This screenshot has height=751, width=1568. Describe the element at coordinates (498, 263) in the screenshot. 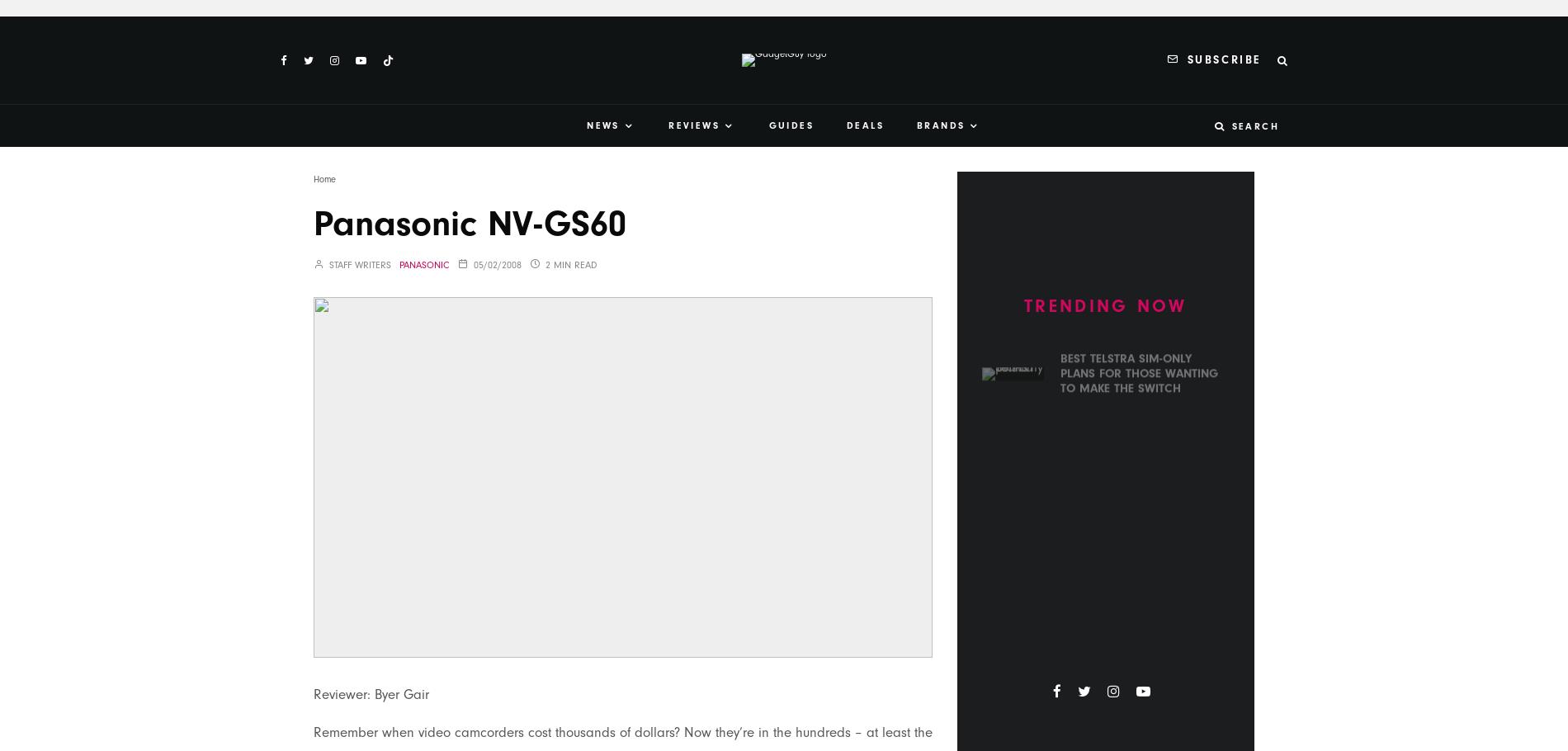

I see `'05/02/2008'` at that location.